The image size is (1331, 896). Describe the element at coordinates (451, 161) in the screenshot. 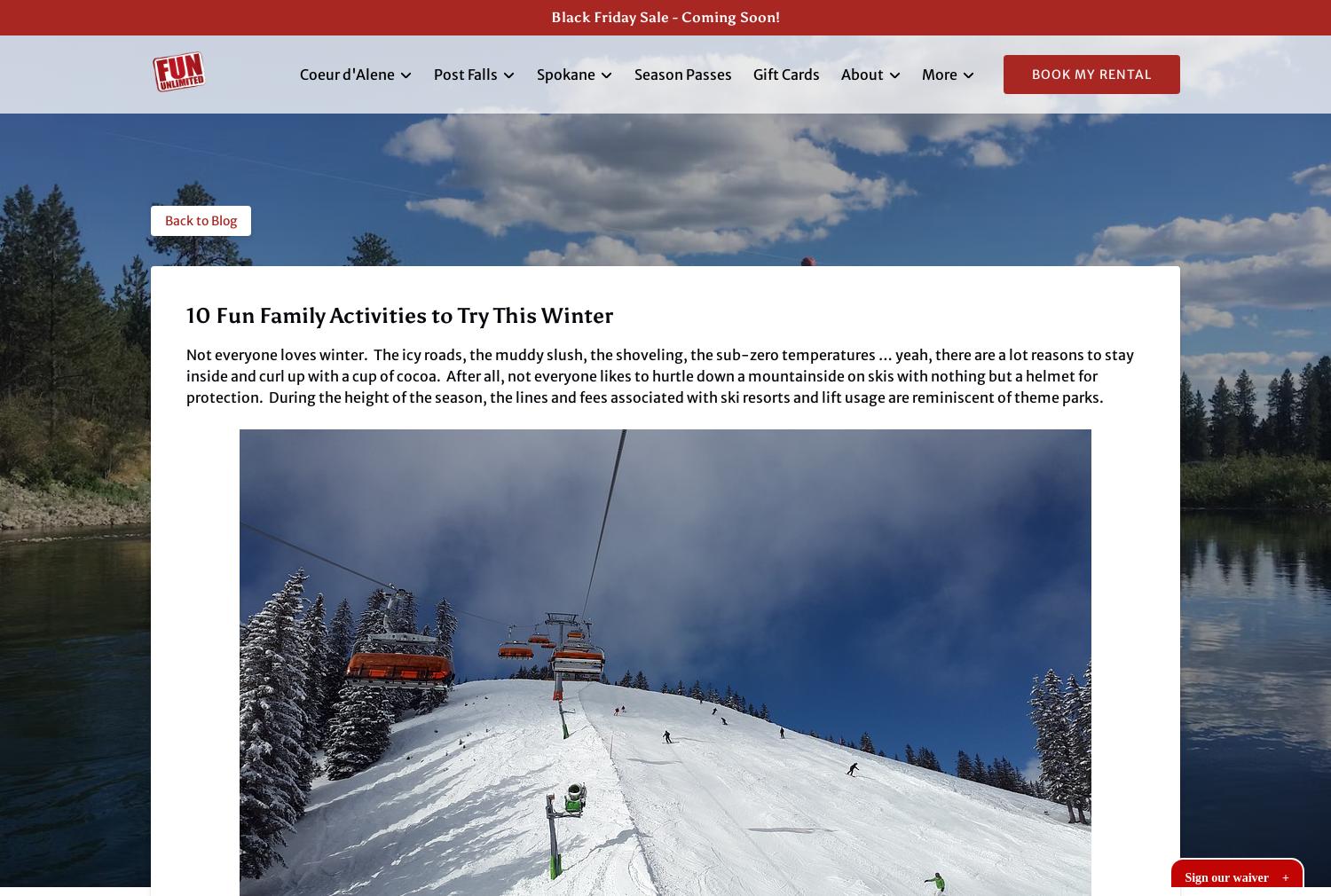

I see `'Post Falls Kayak Rentals'` at that location.